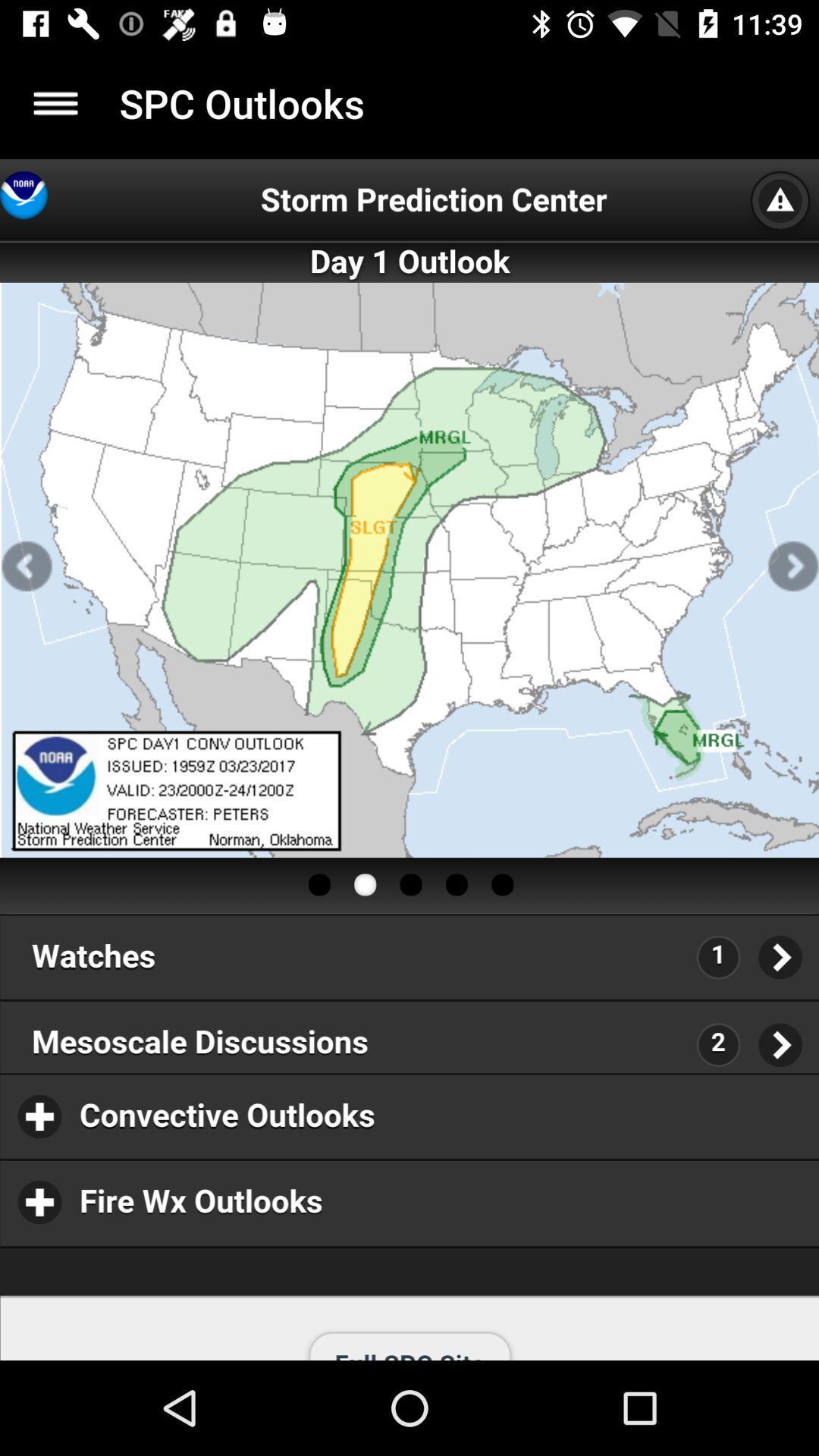  What do you see at coordinates (55, 102) in the screenshot?
I see `button is useed to share the article` at bounding box center [55, 102].